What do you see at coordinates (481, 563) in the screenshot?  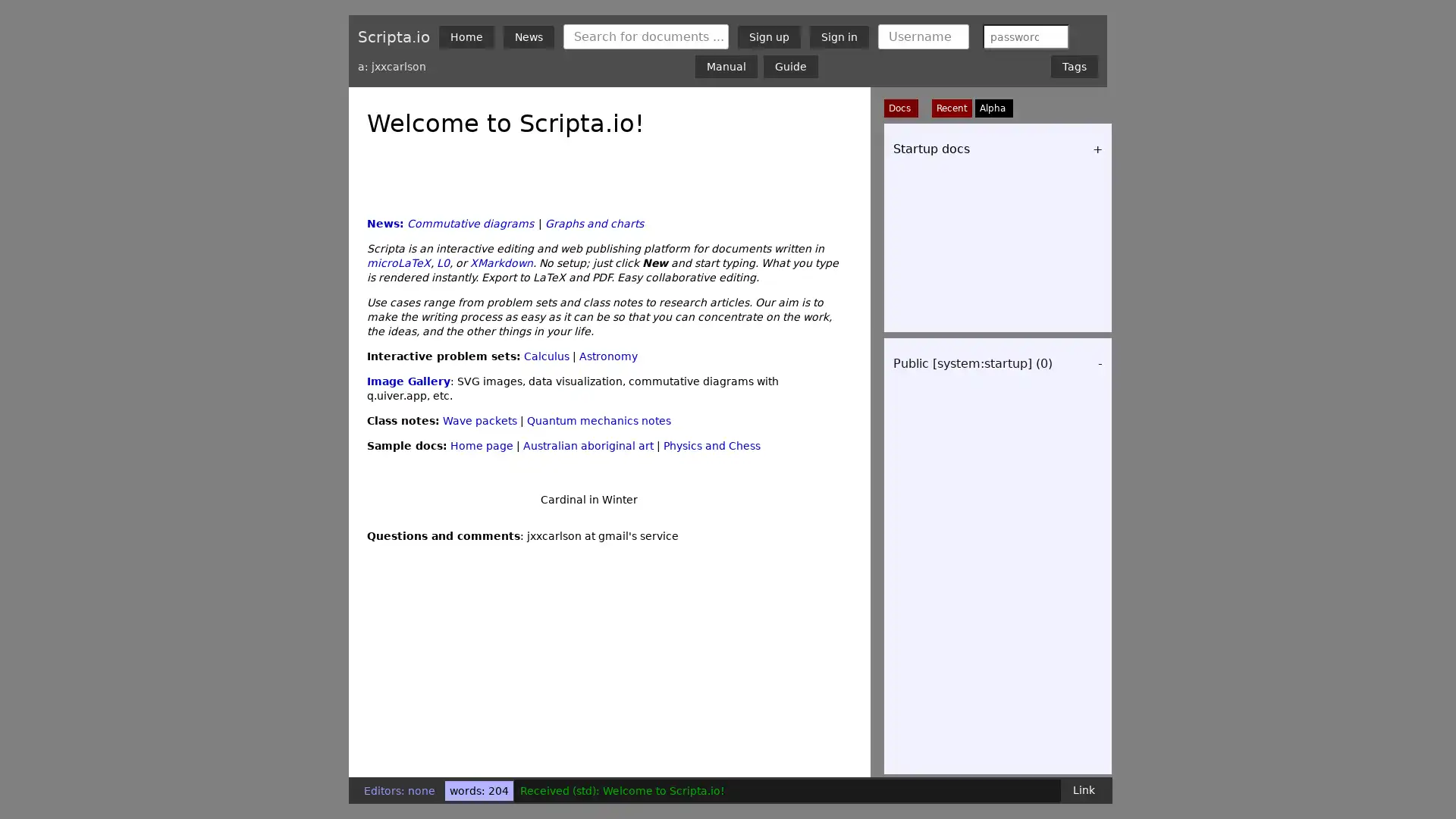 I see `Home page` at bounding box center [481, 563].